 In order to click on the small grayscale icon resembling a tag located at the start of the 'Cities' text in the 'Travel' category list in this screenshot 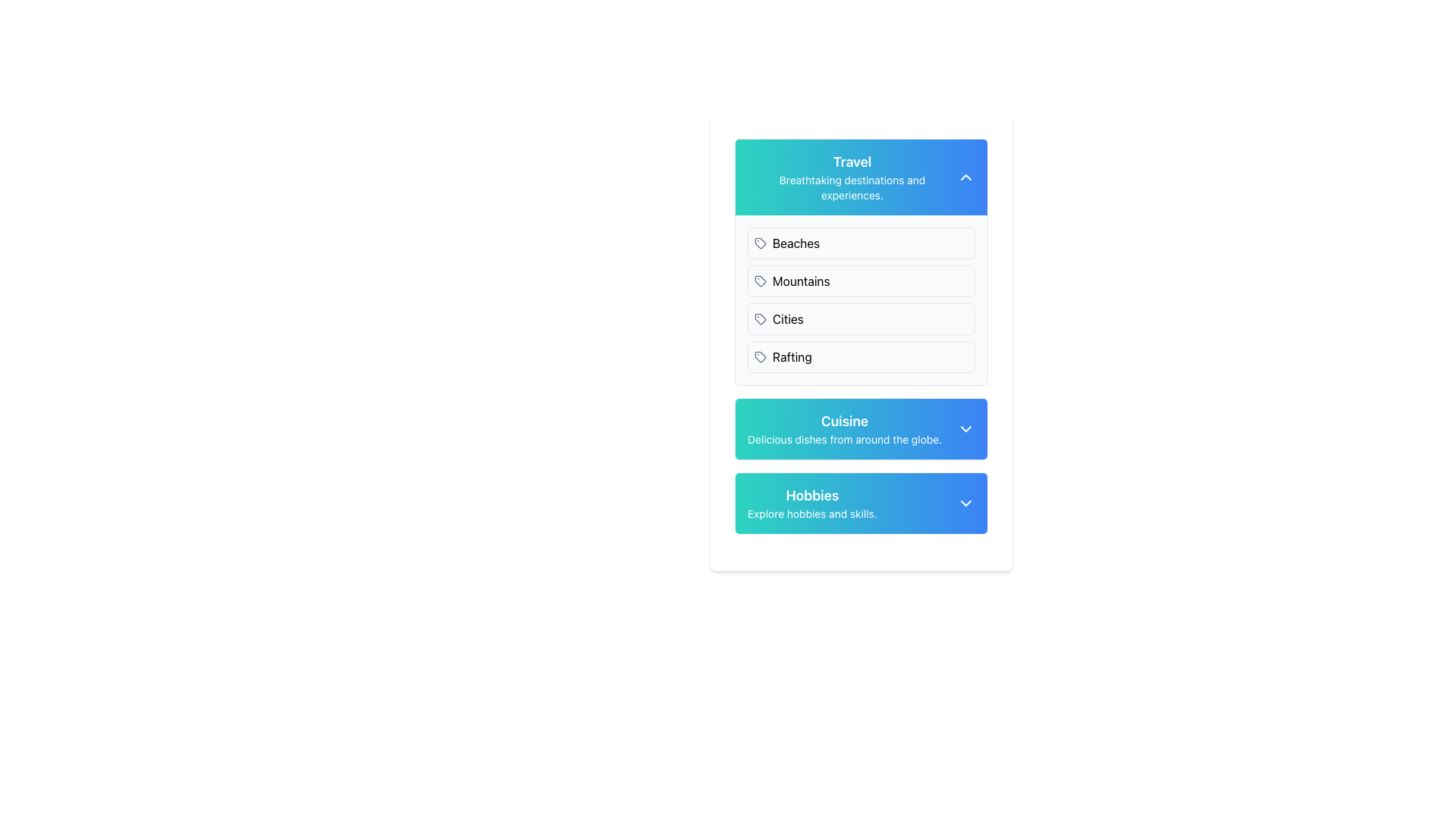, I will do `click(761, 318)`.